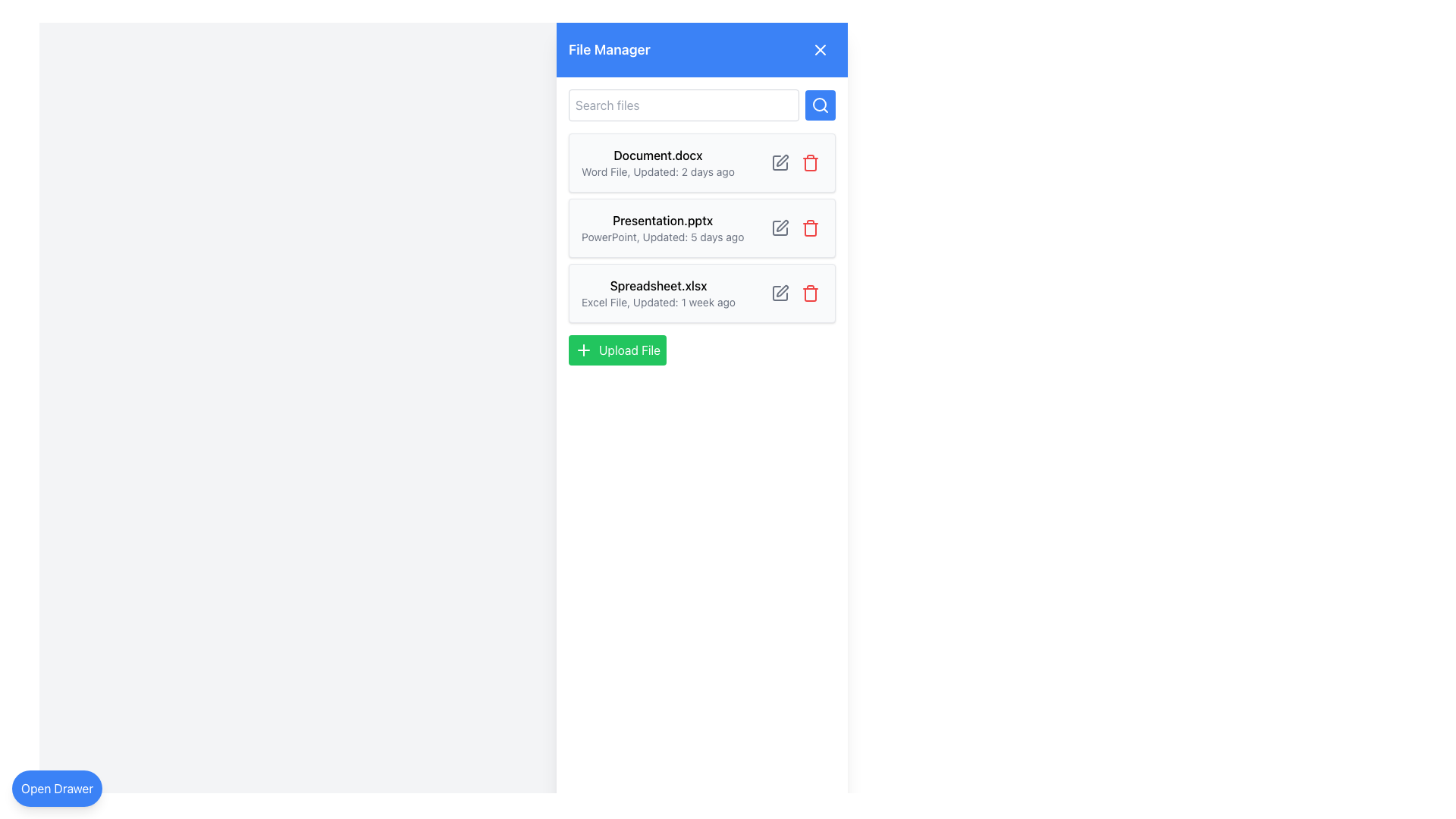  What do you see at coordinates (780, 163) in the screenshot?
I see `the first icon in the action section to the left of the trash icon to initiate the edit action for the 'Document.docx' file` at bounding box center [780, 163].